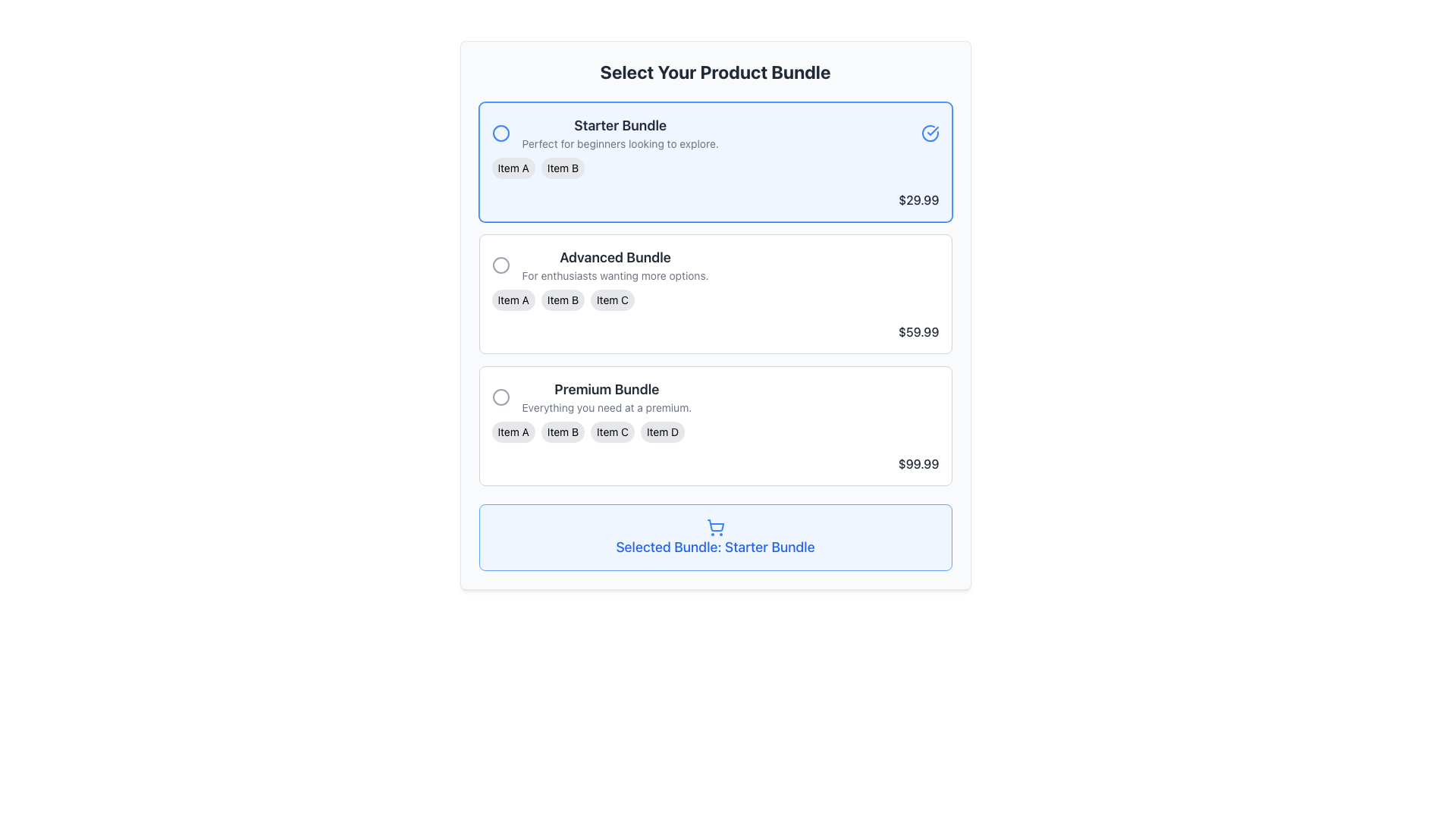 The image size is (1456, 819). I want to click on the 'Item D' label badge, which is a rectangular button-like segment with black text on a light gray background, located within the 'Premium Bundle' section, so click(663, 432).